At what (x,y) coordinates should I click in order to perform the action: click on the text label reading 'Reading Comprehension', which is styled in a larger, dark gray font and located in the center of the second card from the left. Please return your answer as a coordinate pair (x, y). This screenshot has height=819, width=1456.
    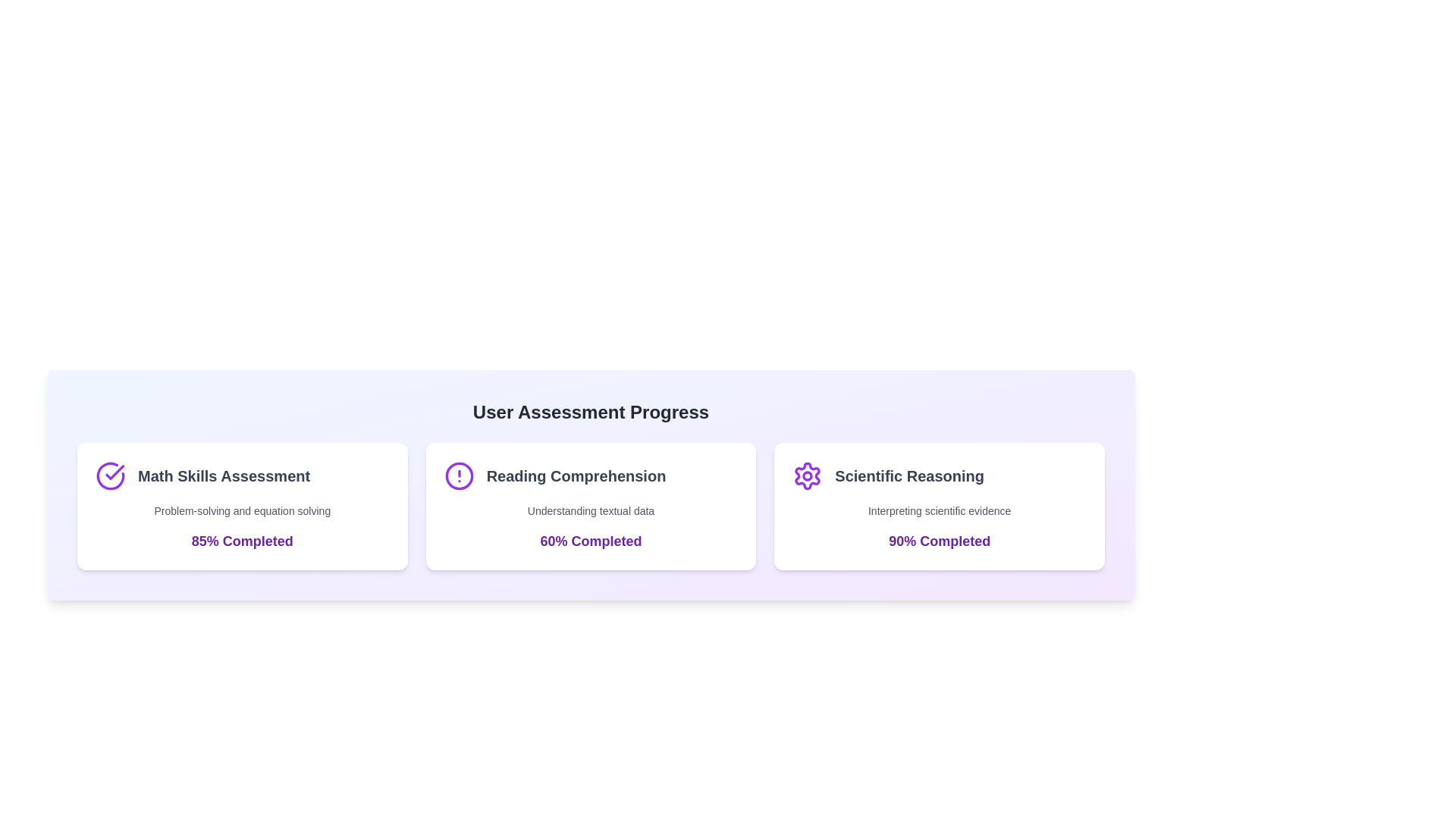
    Looking at the image, I should click on (575, 475).